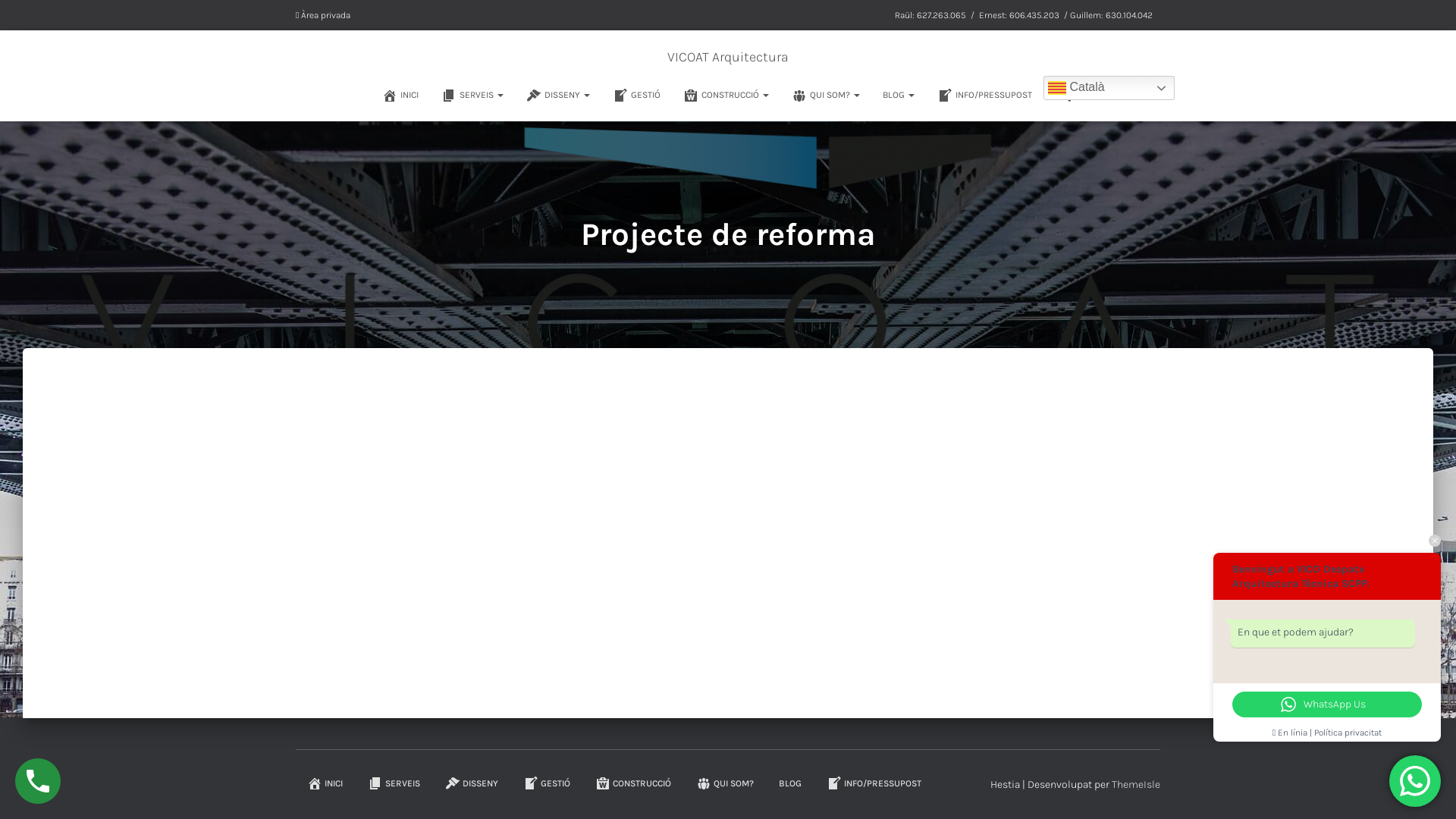  What do you see at coordinates (825, 94) in the screenshot?
I see `'QUI SOM?'` at bounding box center [825, 94].